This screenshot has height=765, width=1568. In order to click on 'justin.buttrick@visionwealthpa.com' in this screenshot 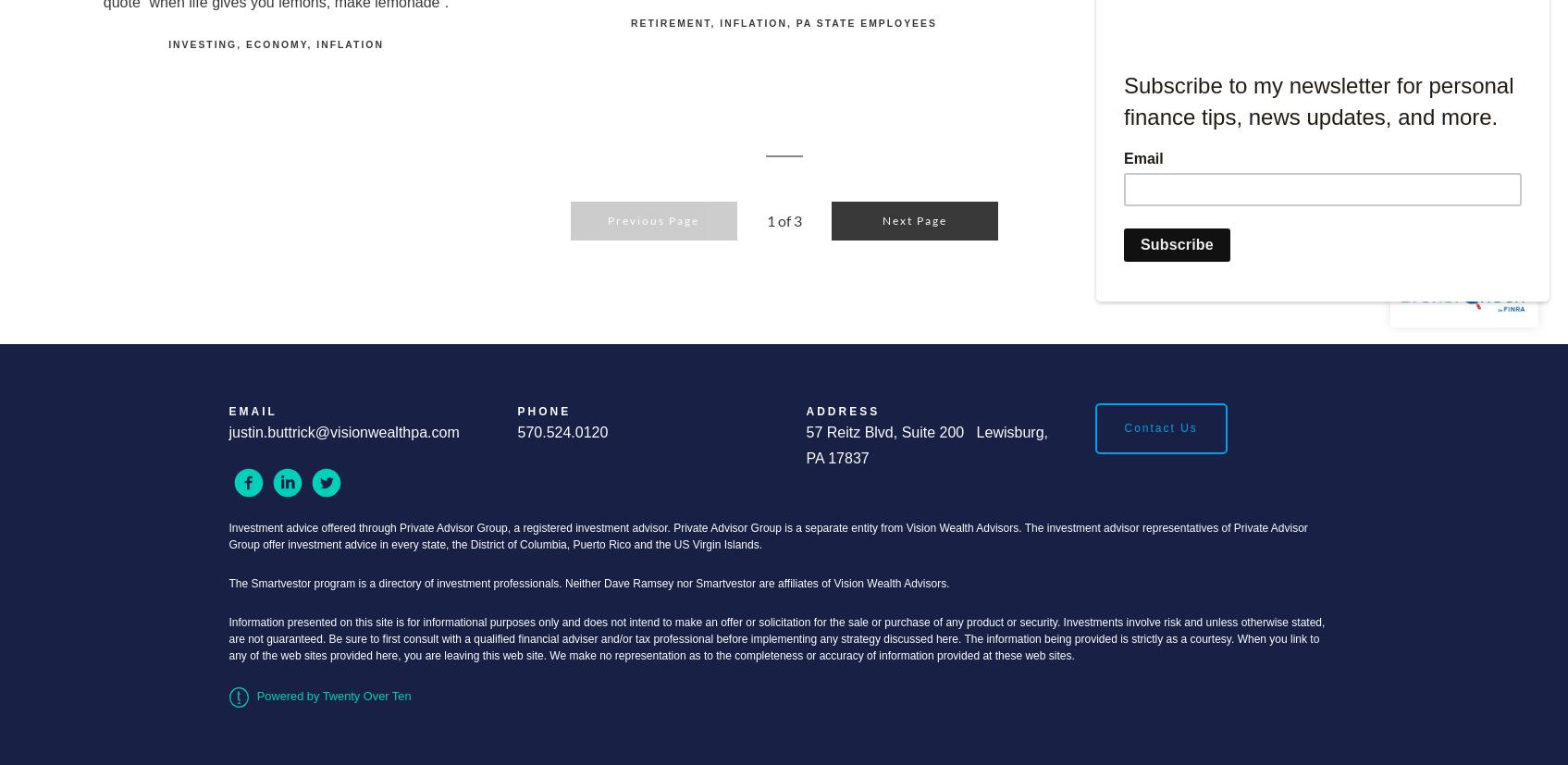, I will do `click(342, 432)`.